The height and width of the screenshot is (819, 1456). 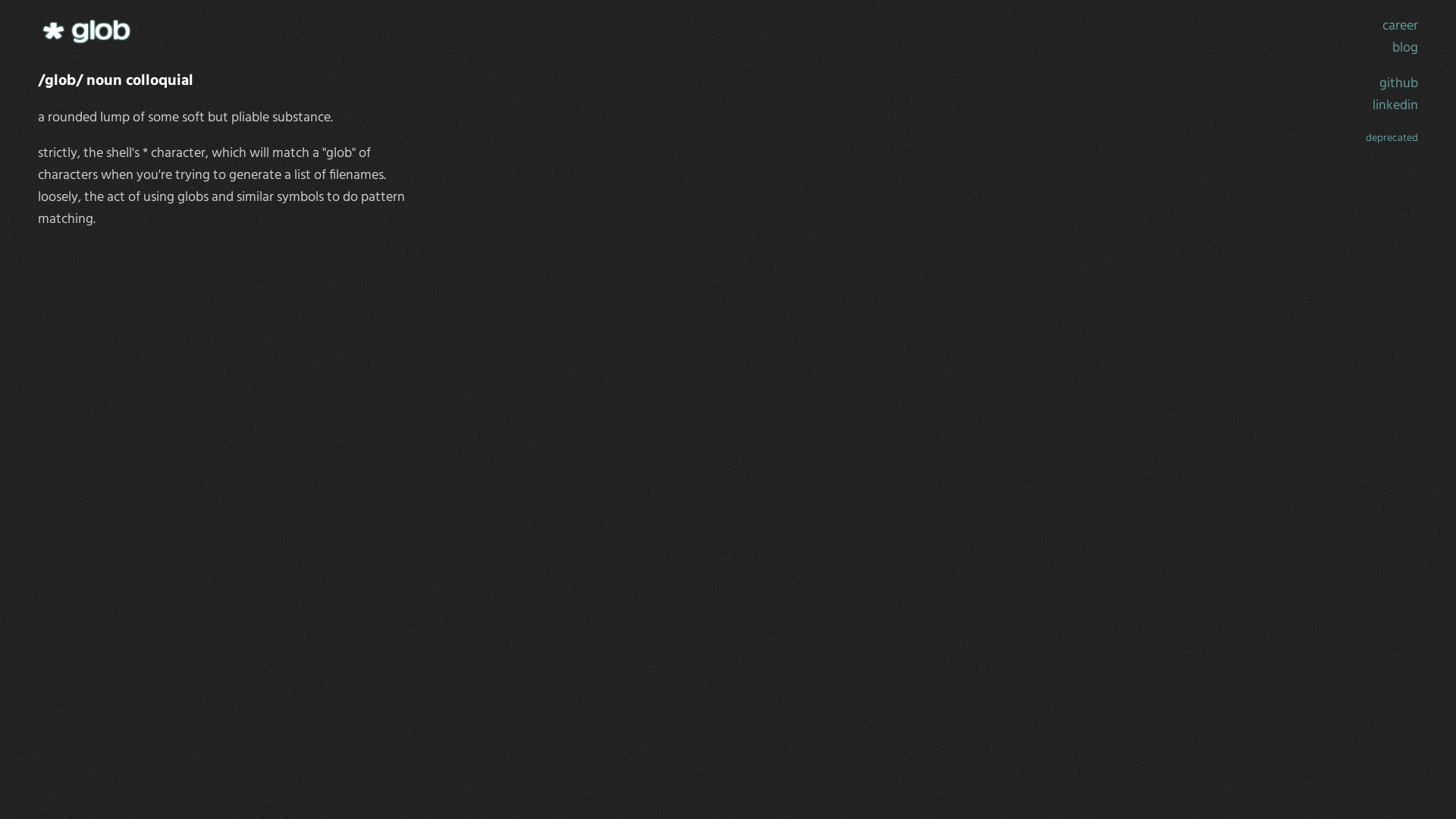 What do you see at coordinates (1379, 83) in the screenshot?
I see `'github'` at bounding box center [1379, 83].